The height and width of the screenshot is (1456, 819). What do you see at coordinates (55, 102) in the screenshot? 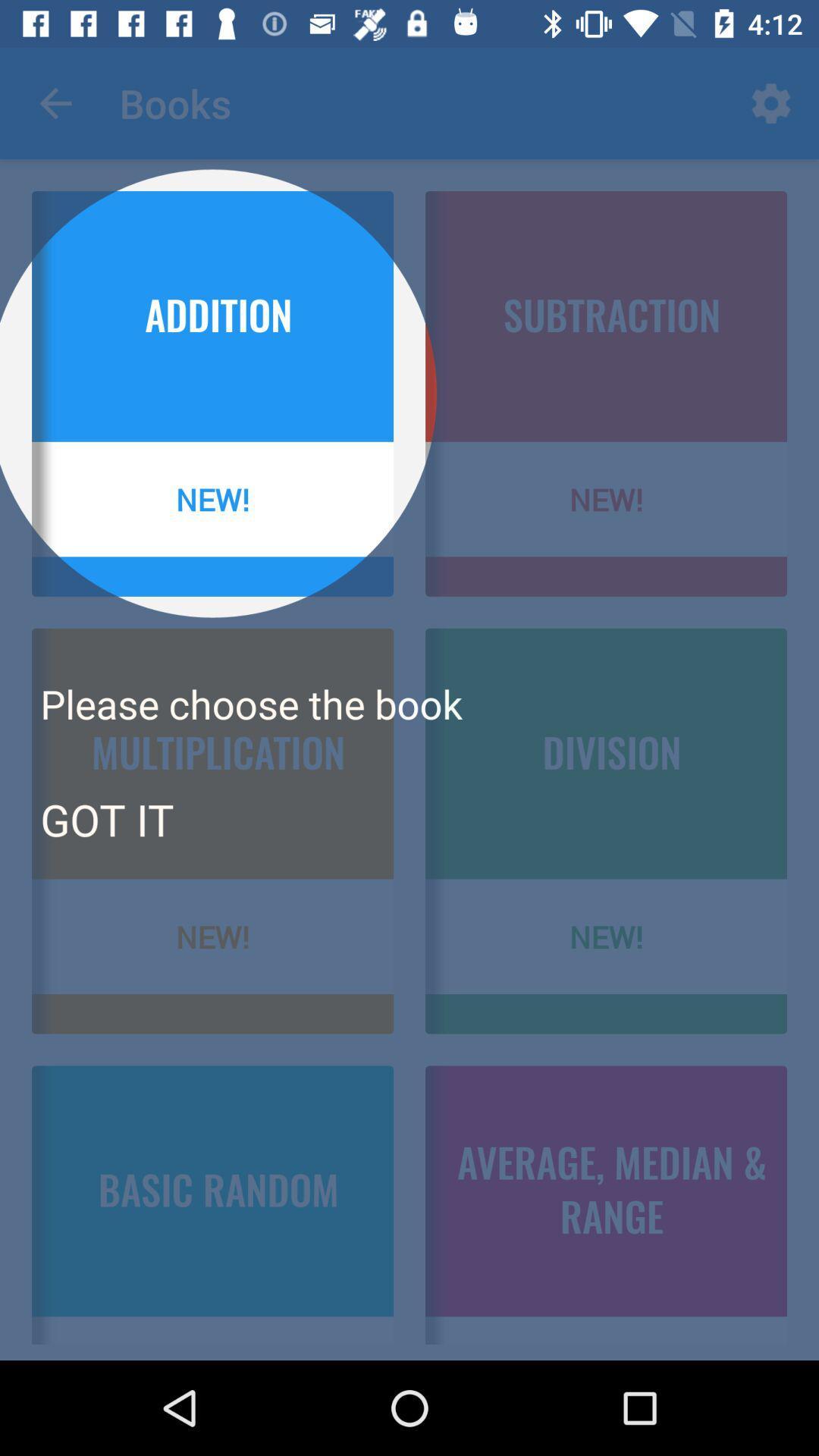
I see `the app to the left of the books icon` at bounding box center [55, 102].